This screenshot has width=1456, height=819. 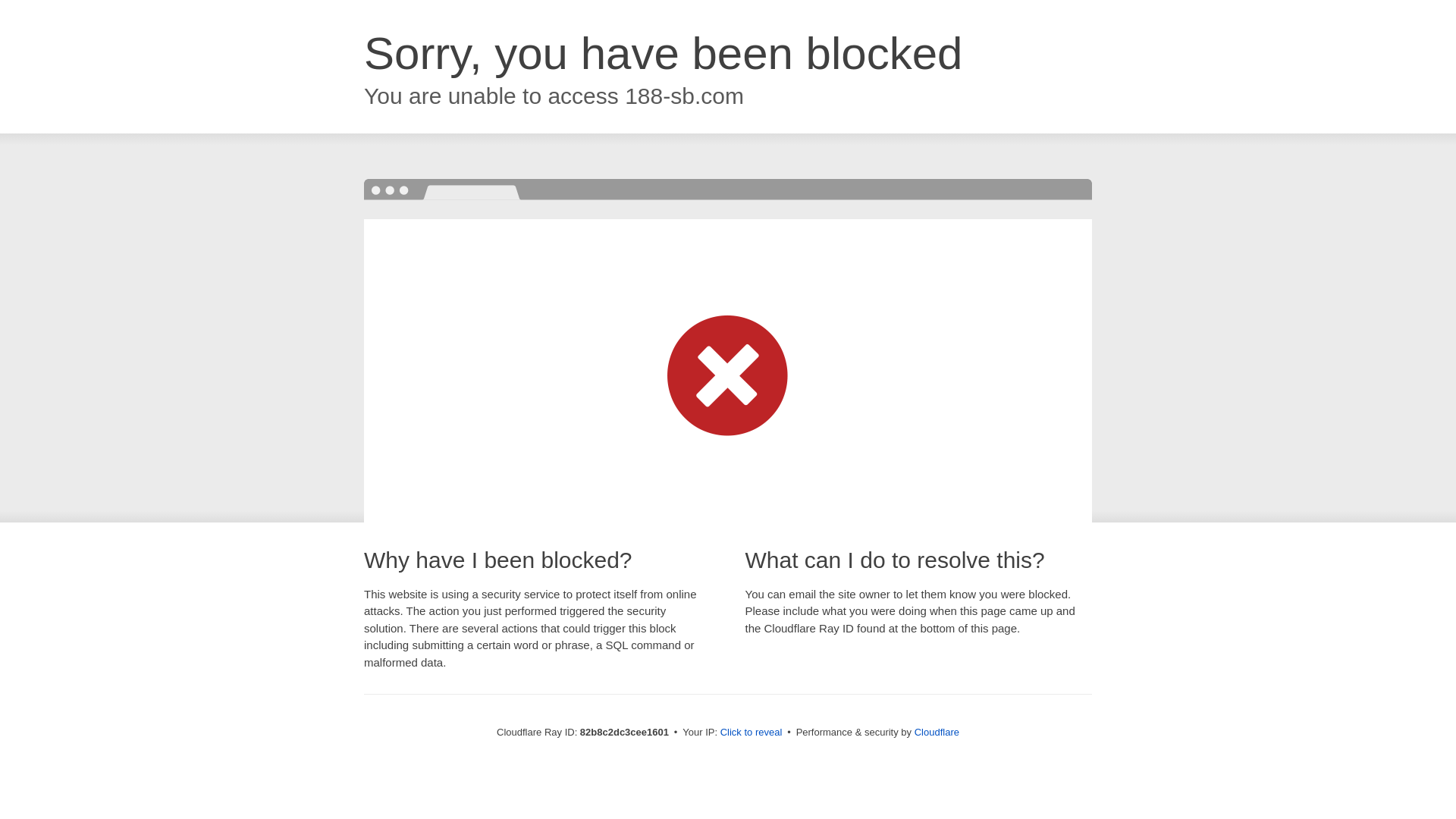 I want to click on 'Cloudflare', so click(x=936, y=731).